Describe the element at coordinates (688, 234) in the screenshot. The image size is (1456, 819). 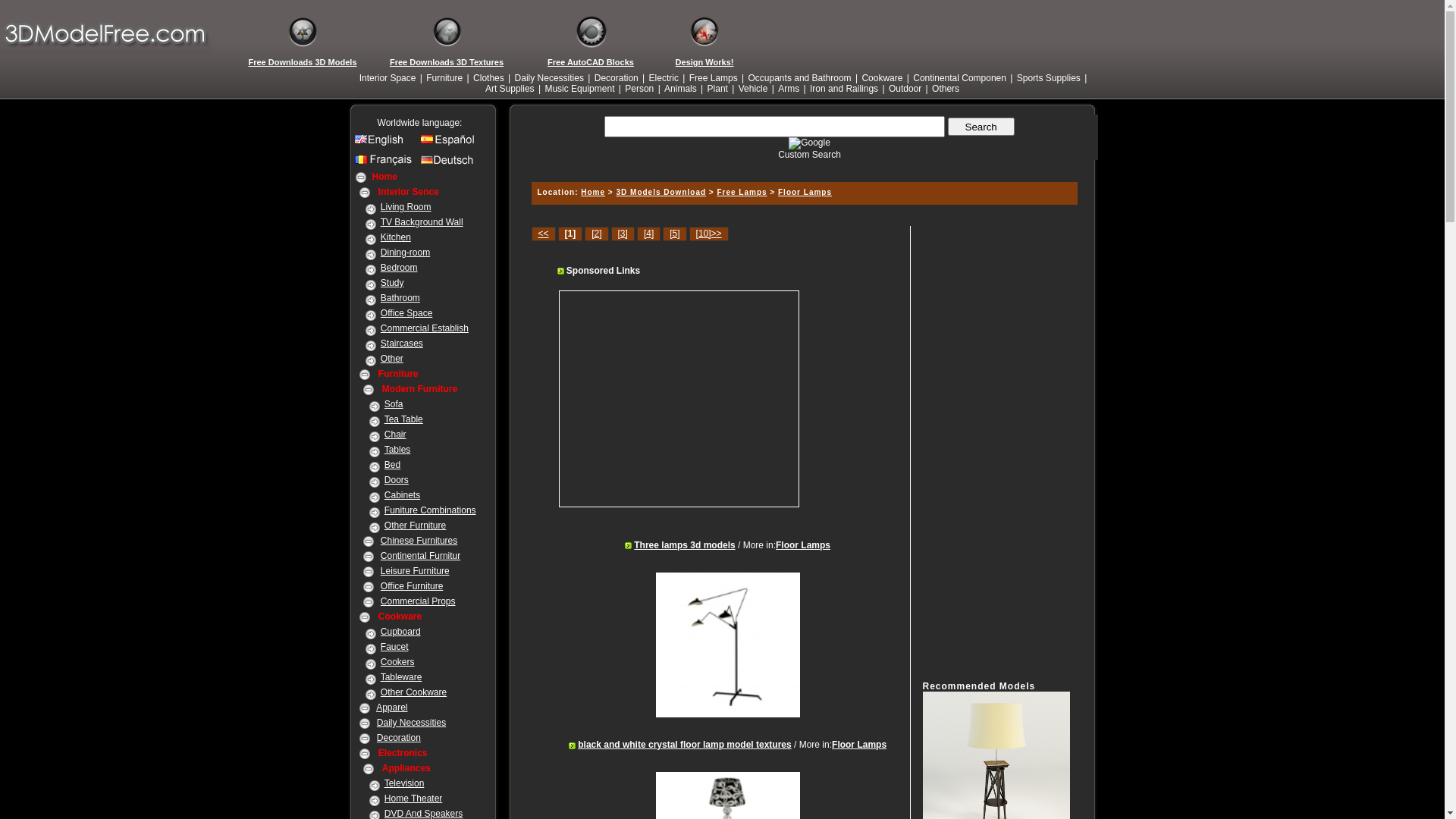
I see `'[10]>>'` at that location.